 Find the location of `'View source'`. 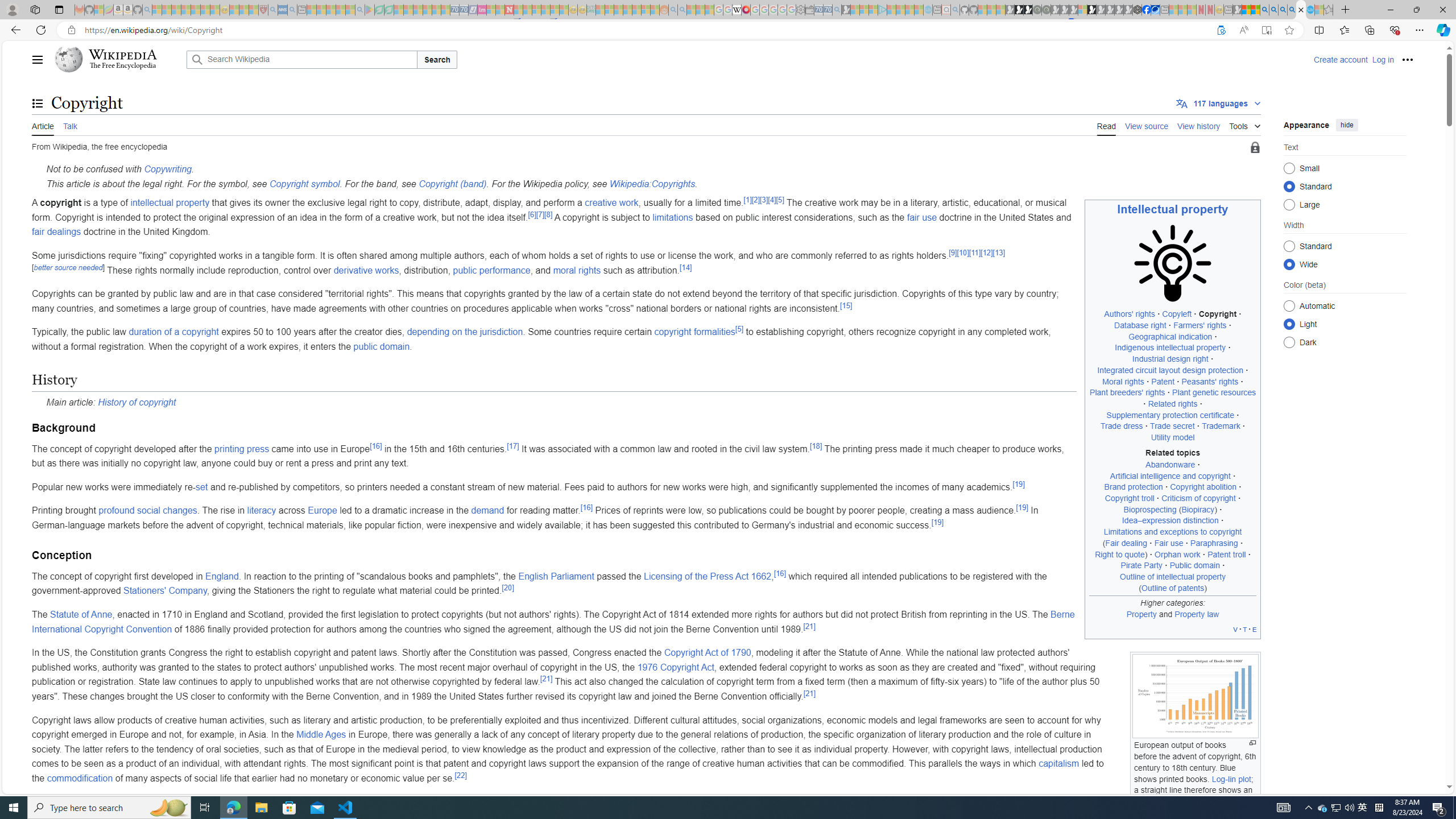

'View source' is located at coordinates (1147, 125).